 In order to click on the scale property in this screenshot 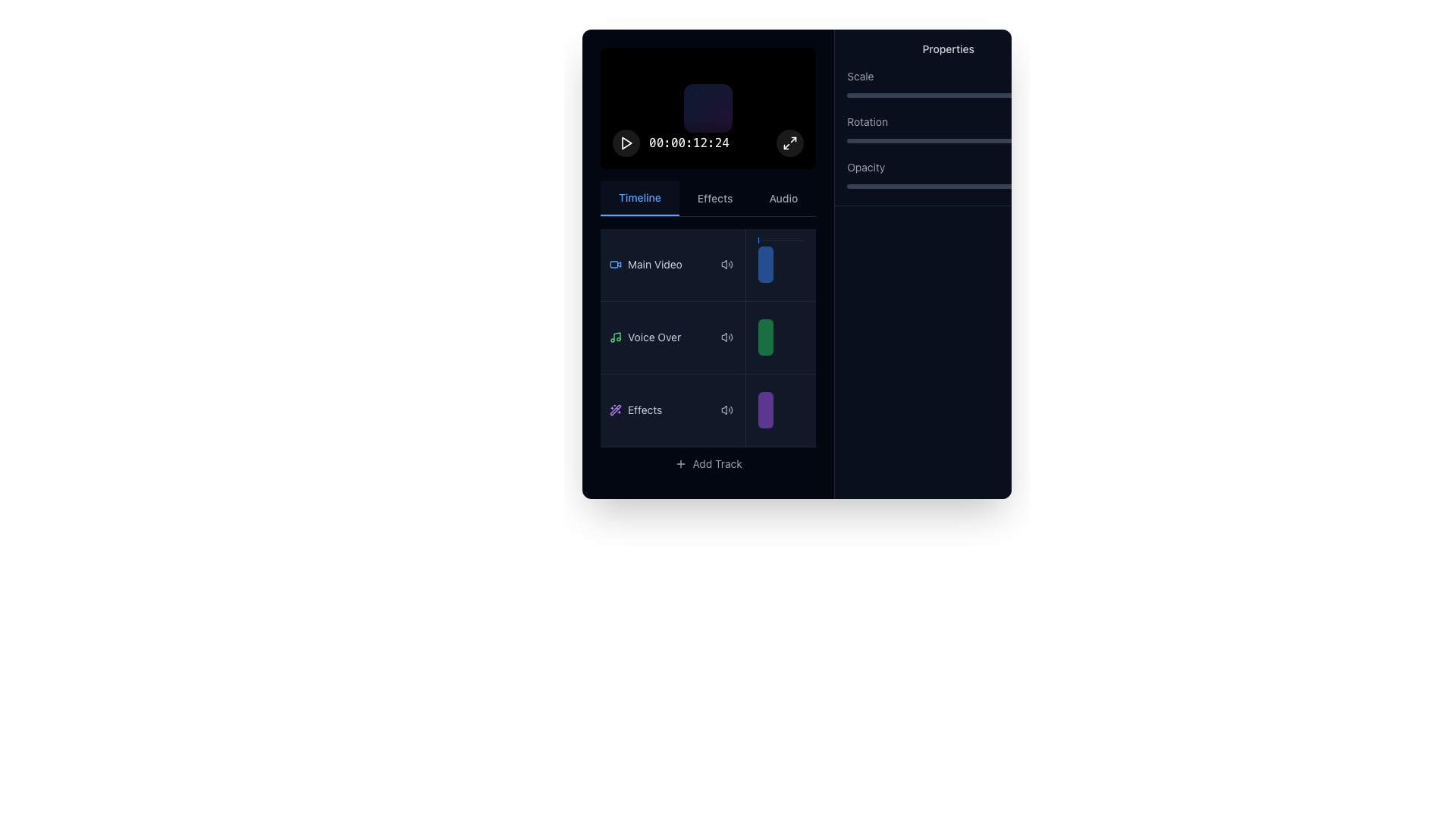, I will do `click(887, 96)`.